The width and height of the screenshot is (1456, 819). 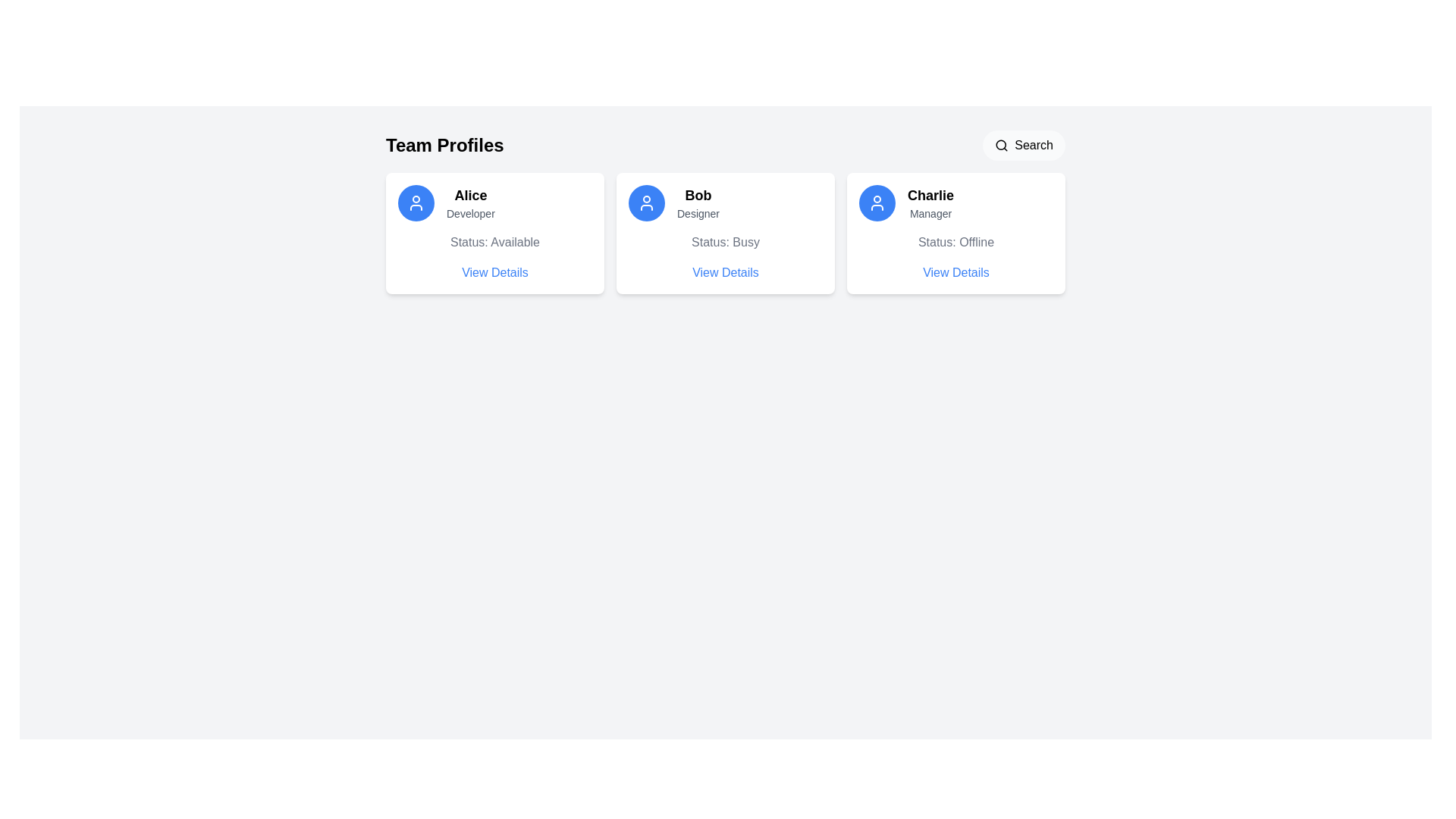 I want to click on the circular blue button with a white user profile icon located to the left of Alice's name and description, so click(x=416, y=202).